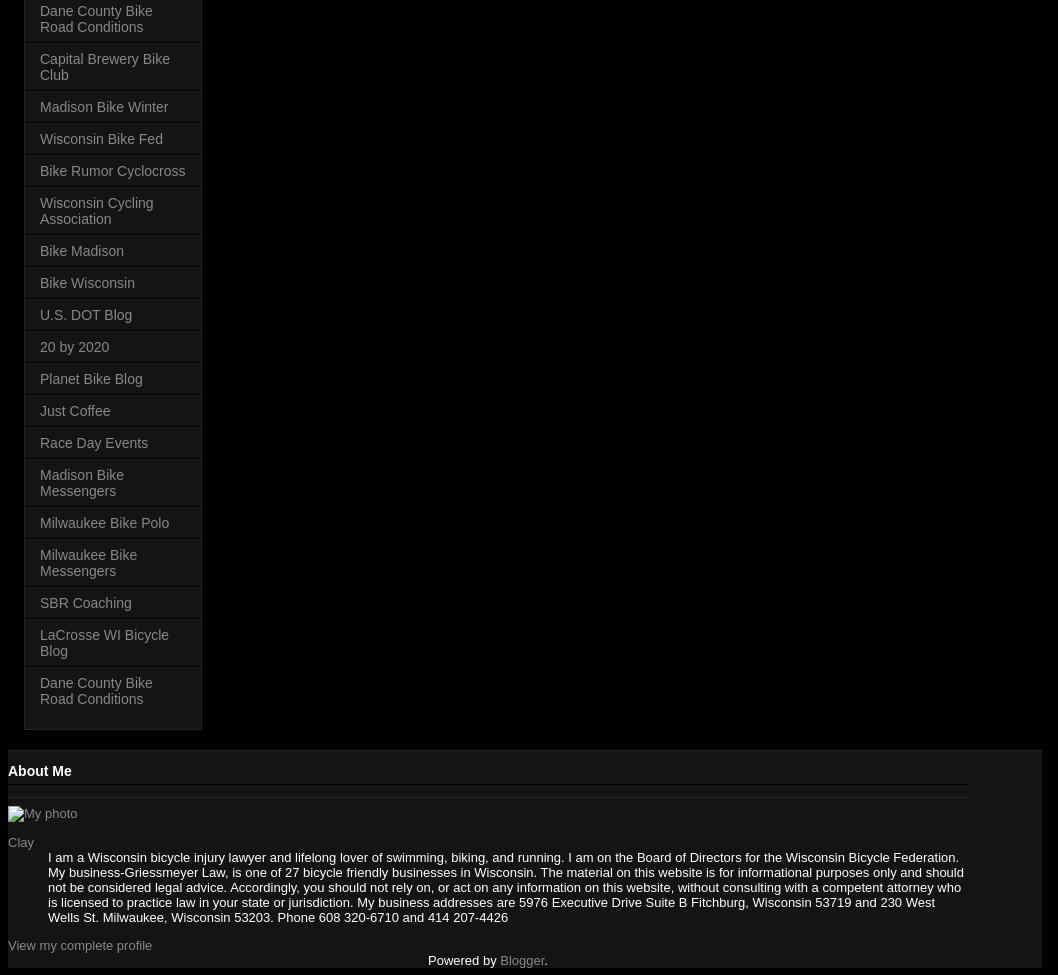 The height and width of the screenshot is (975, 1058). I want to click on 'Race Day Events', so click(39, 441).